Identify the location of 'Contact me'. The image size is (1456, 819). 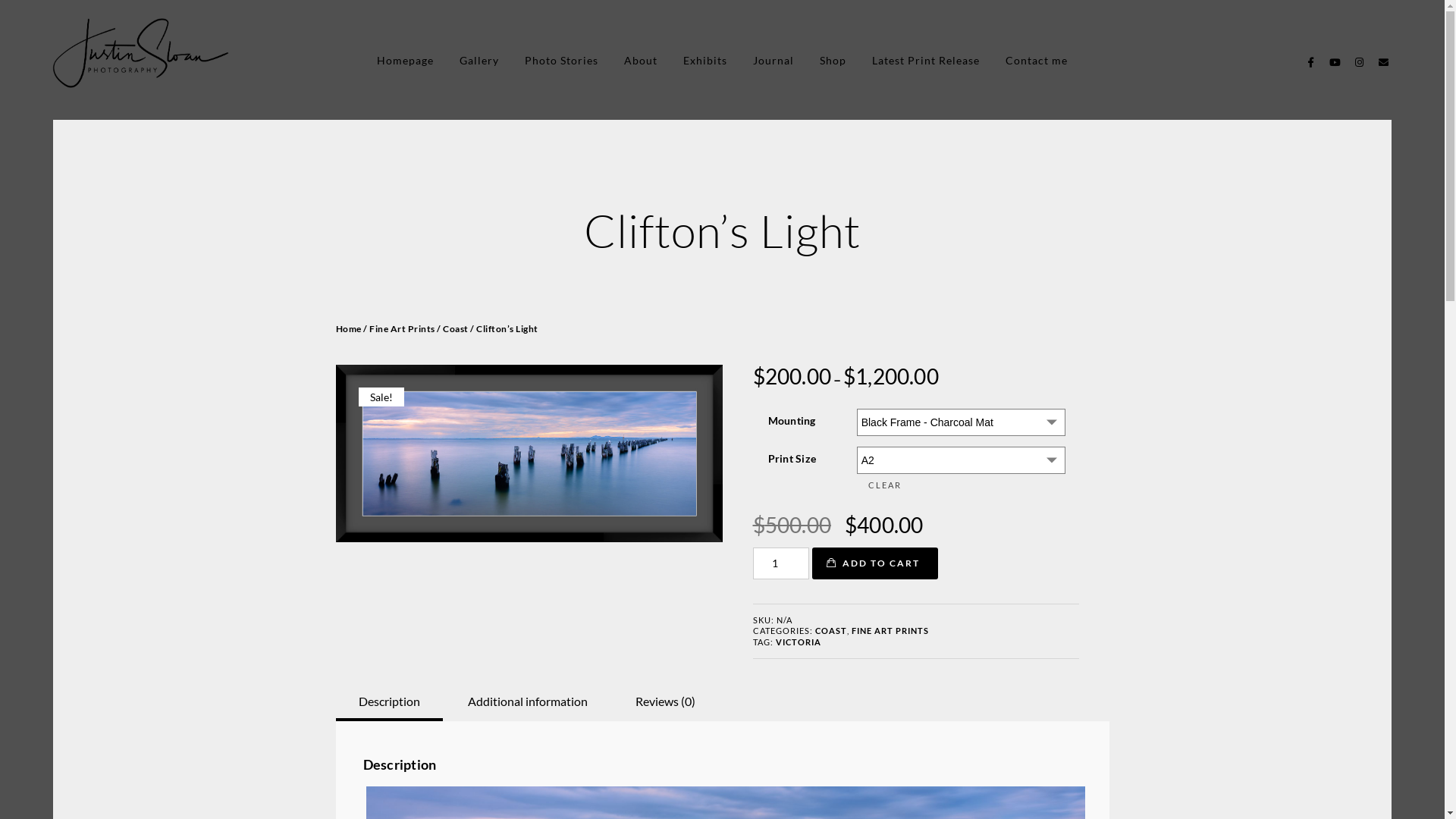
(1036, 59).